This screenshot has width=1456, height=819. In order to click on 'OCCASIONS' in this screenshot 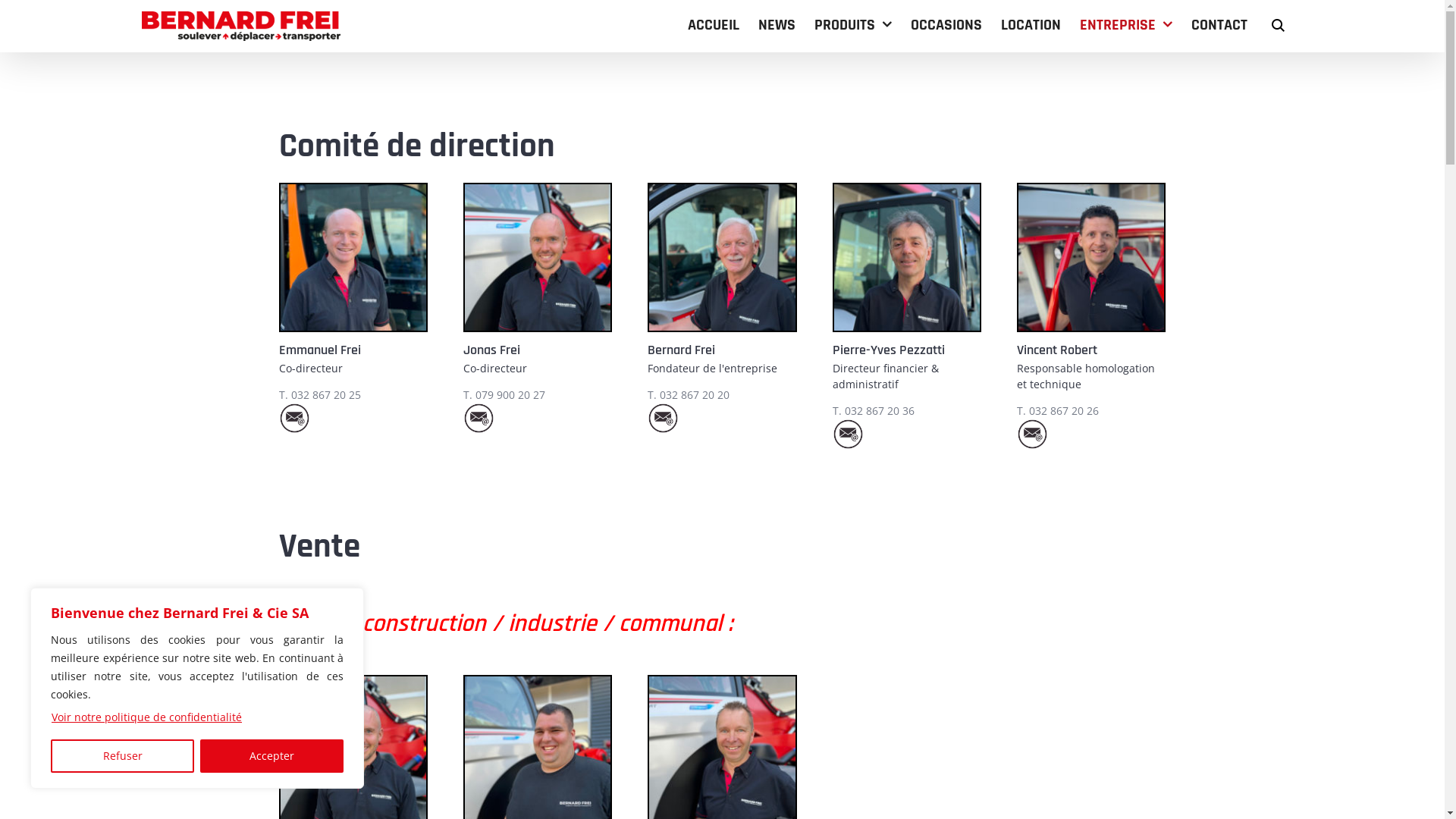, I will do `click(910, 24)`.